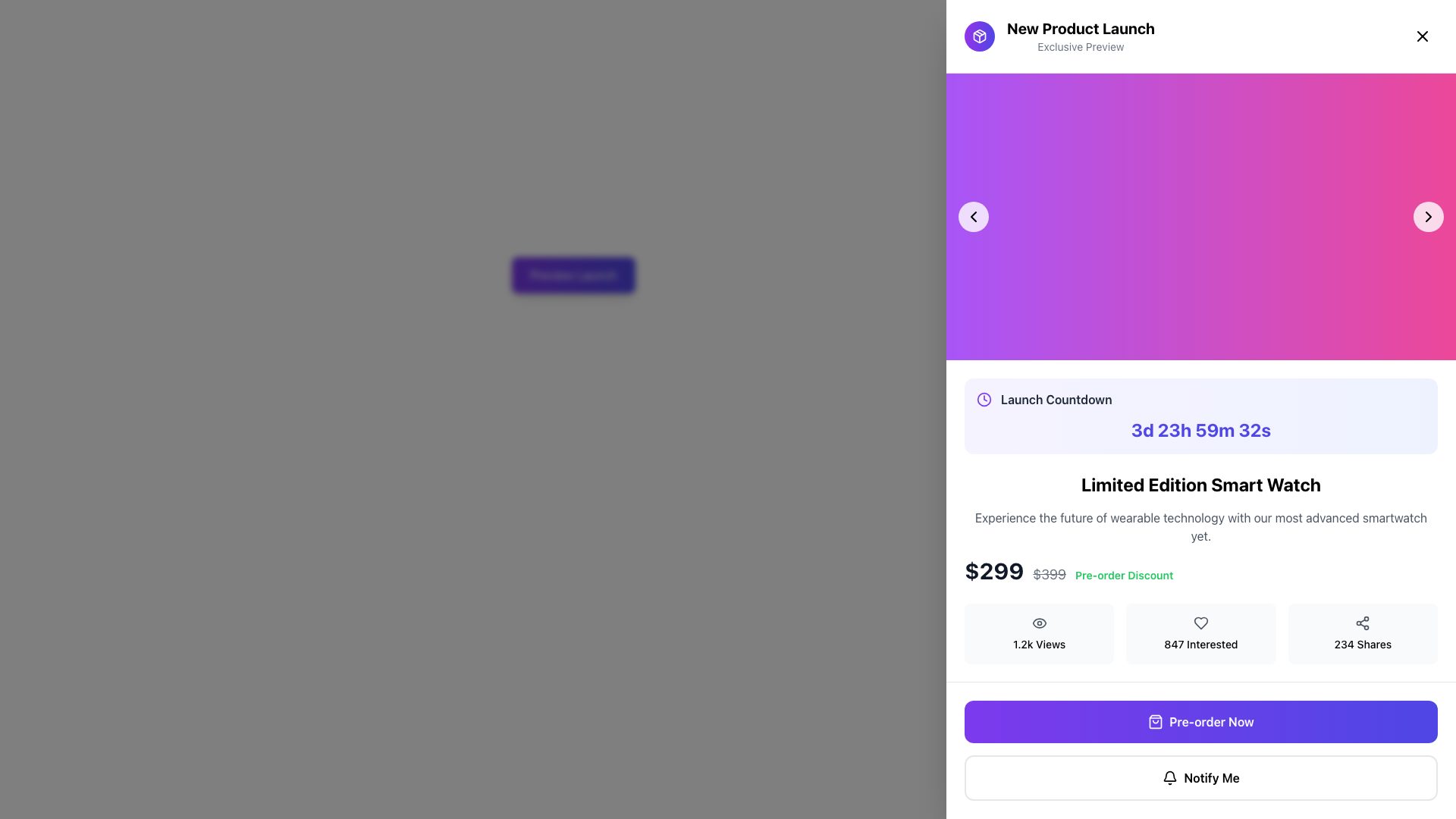 This screenshot has height=819, width=1456. Describe the element at coordinates (984, 399) in the screenshot. I see `the Icon that symbolizes the countdown timer, located to the far left of the 'Launch Countdown' label` at that location.